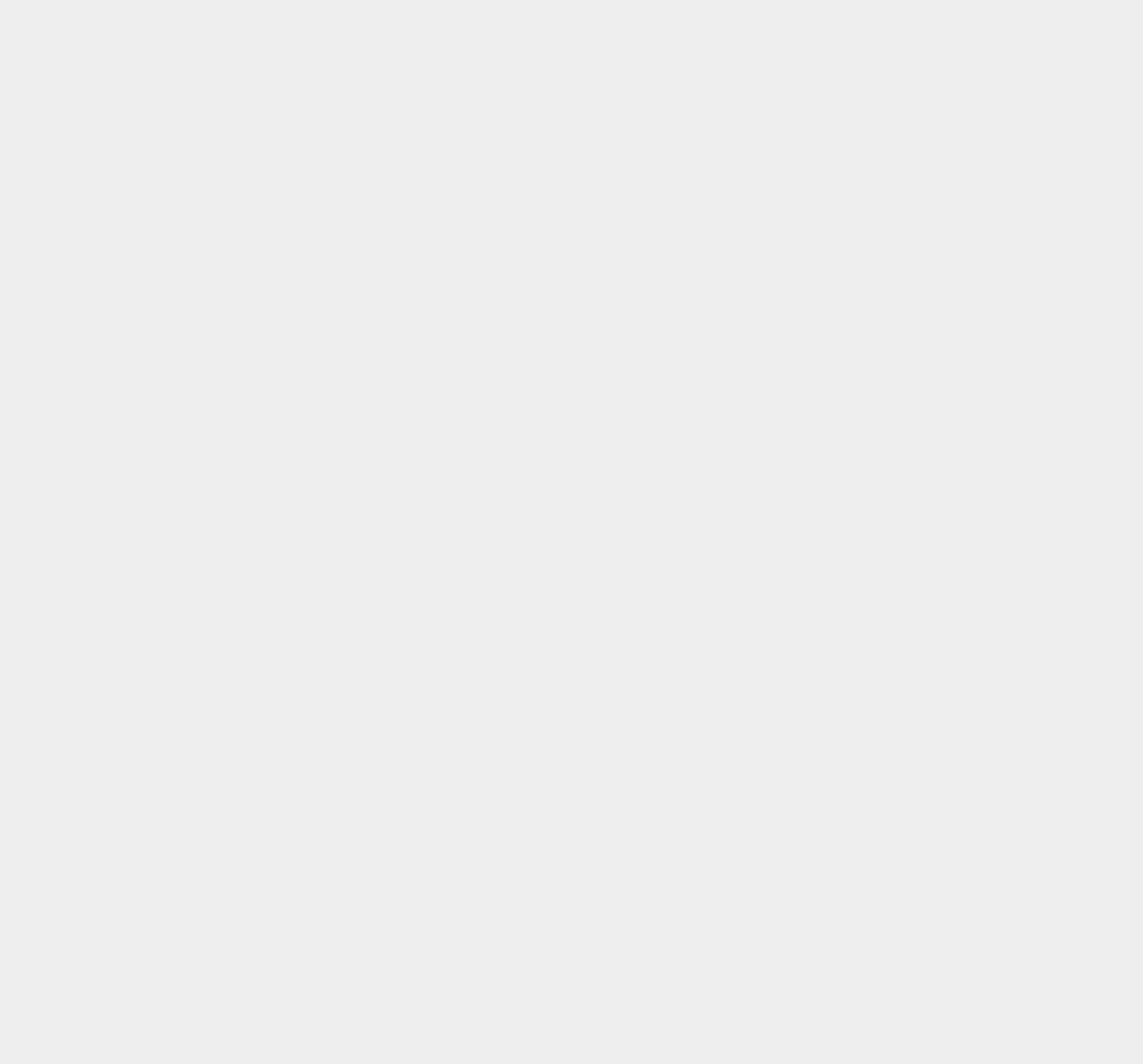  I want to click on 'Free Stuff', so click(837, 516).